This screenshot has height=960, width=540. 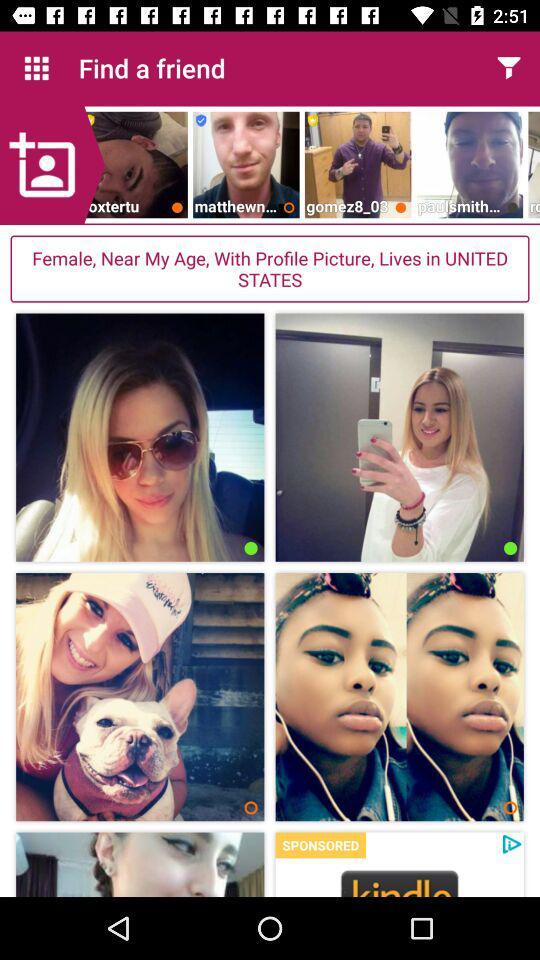 What do you see at coordinates (270, 268) in the screenshot?
I see `the female near my icon` at bounding box center [270, 268].